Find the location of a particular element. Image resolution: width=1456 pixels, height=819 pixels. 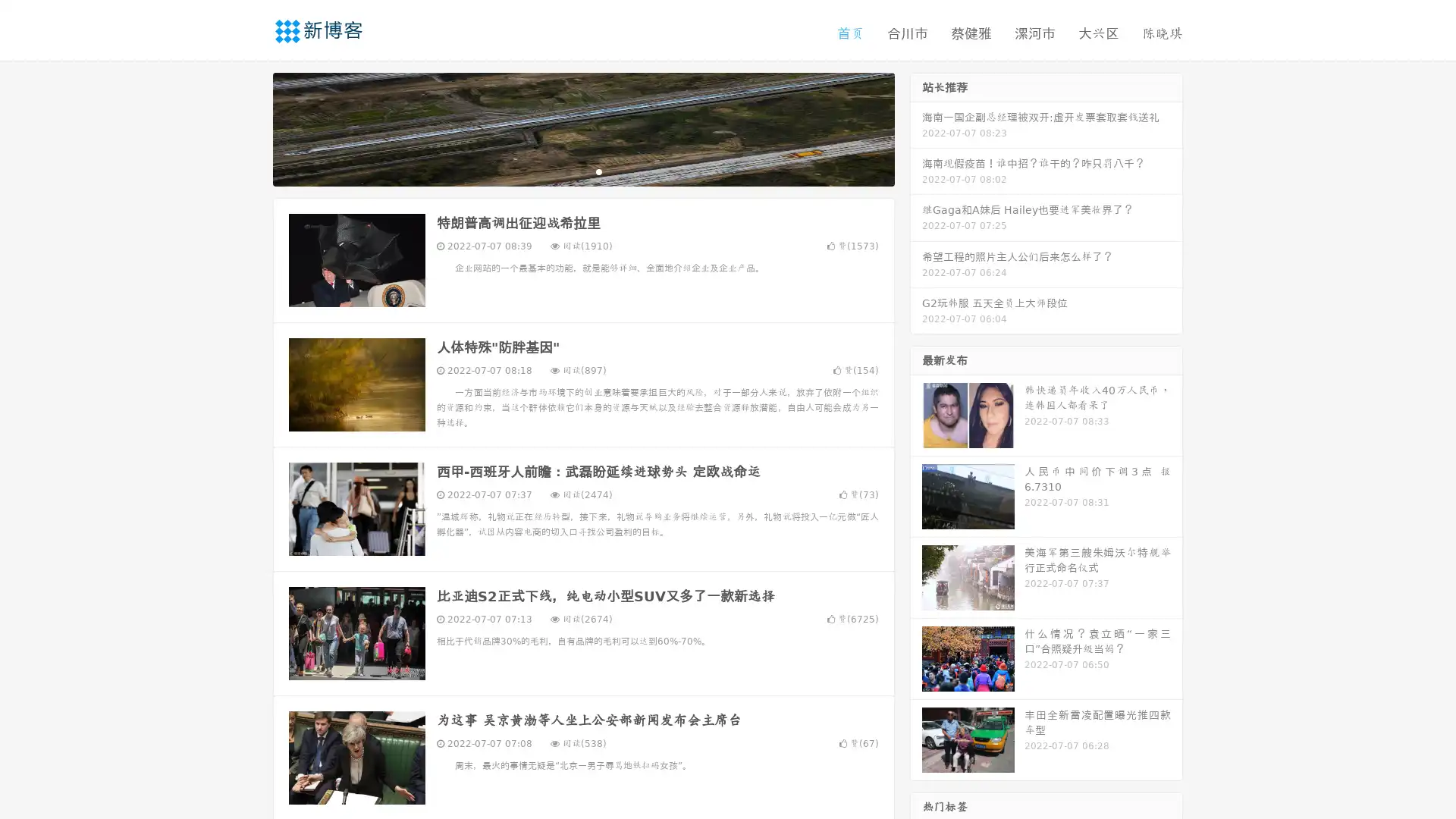

Previous slide is located at coordinates (250, 127).